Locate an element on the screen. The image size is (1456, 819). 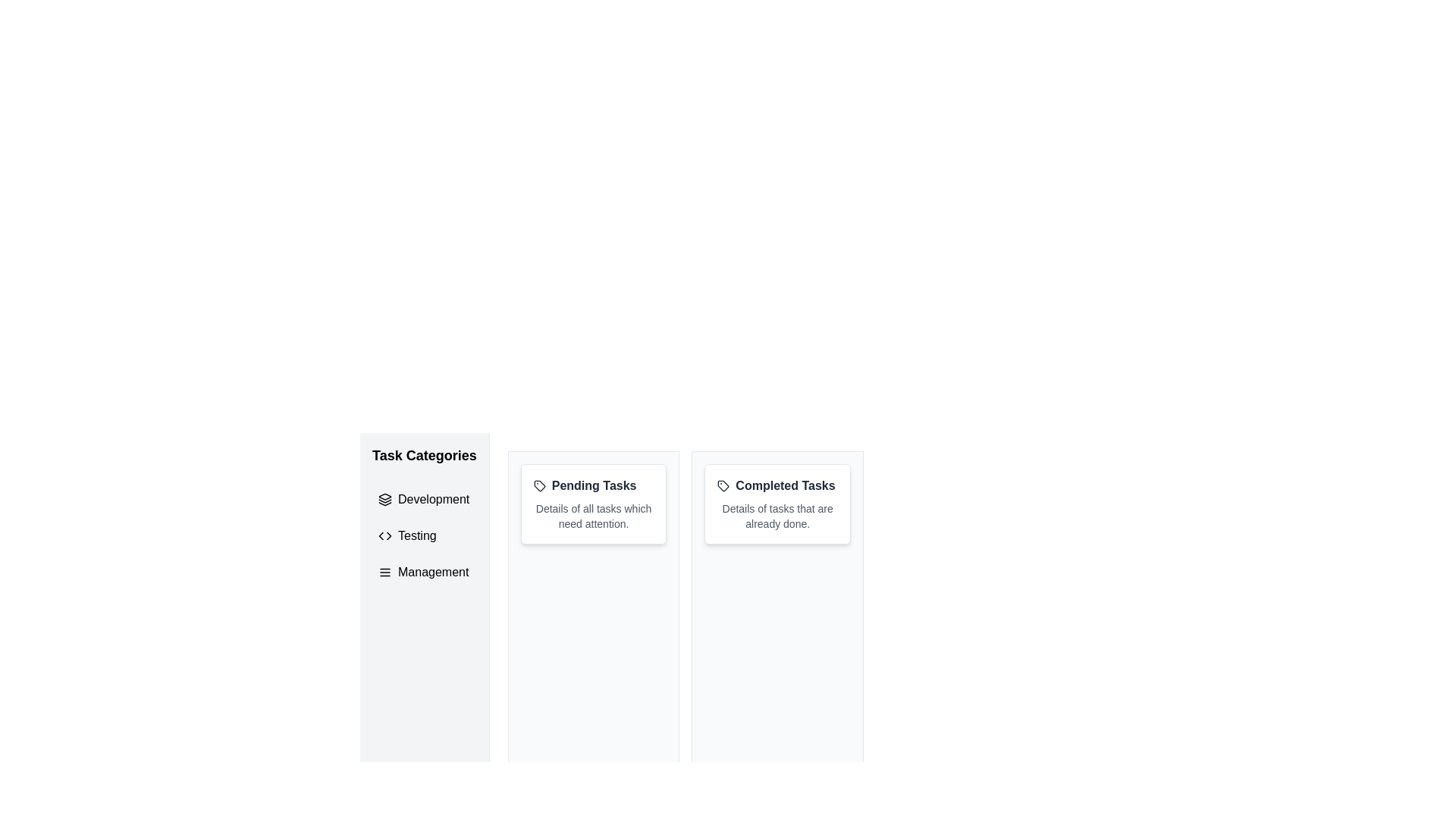
the text label indicating the category 'Testing' in the 'Task Categories' section is located at coordinates (417, 535).